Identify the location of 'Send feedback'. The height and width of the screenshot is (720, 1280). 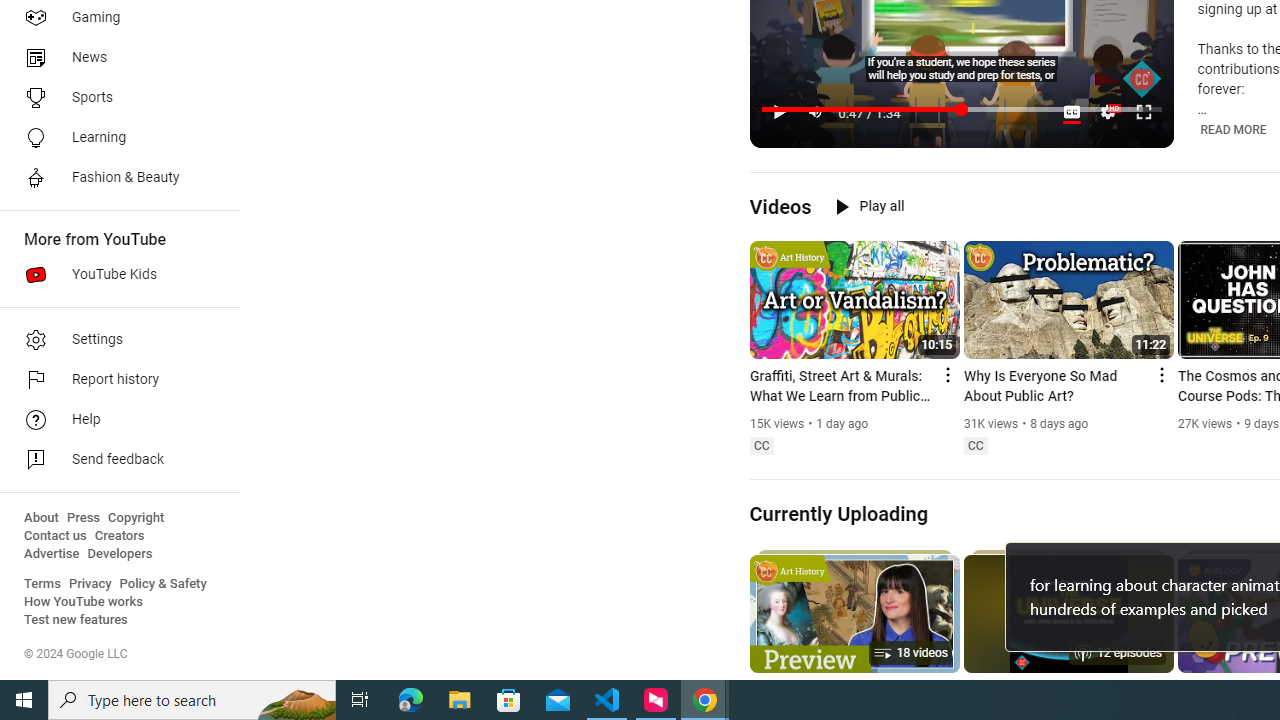
(112, 460).